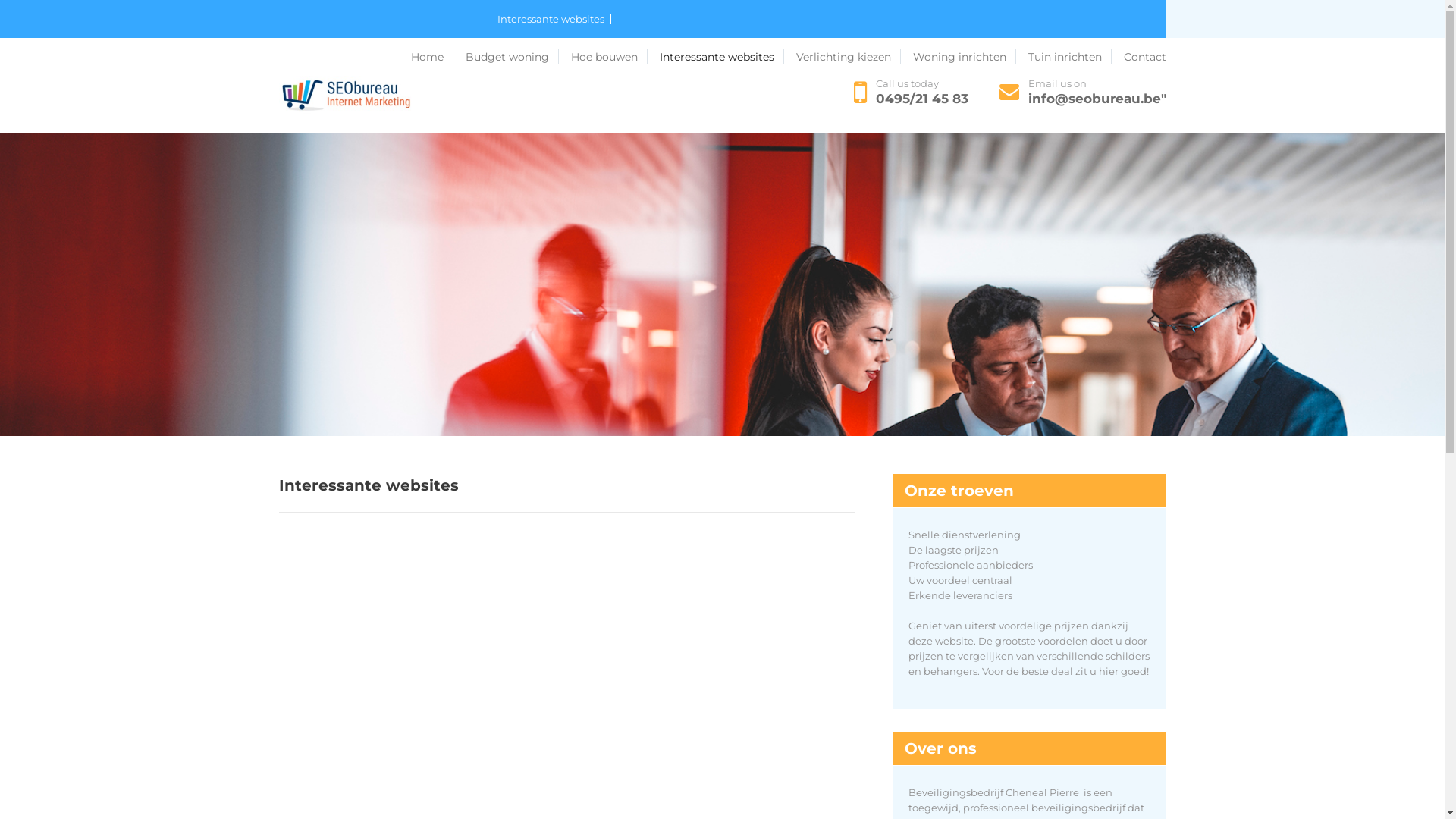 The height and width of the screenshot is (819, 1456). I want to click on 'Hoe bouwen', so click(608, 55).